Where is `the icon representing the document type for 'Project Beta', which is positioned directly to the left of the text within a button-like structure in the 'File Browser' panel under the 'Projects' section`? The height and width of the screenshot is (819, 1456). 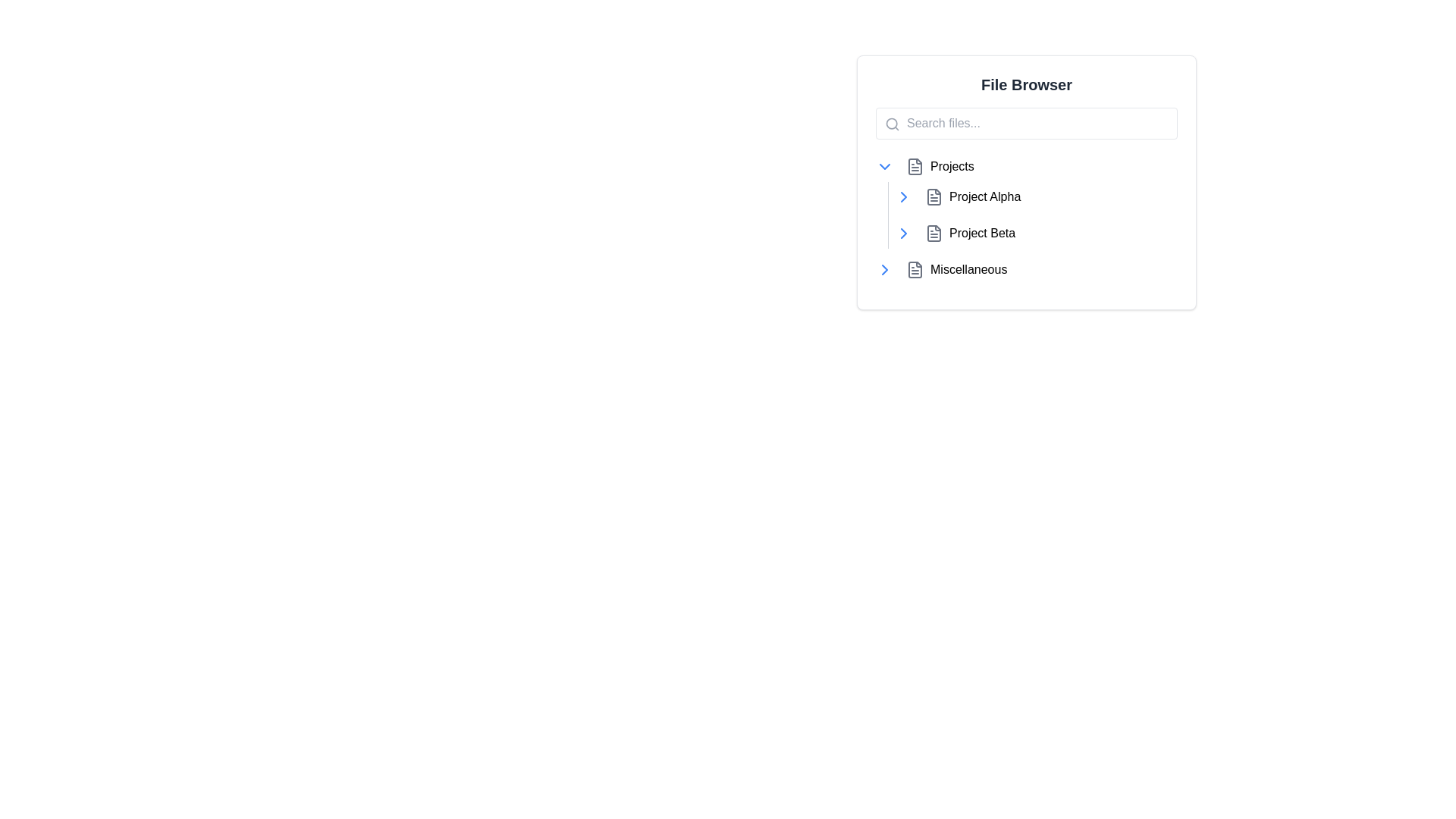 the icon representing the document type for 'Project Beta', which is positioned directly to the left of the text within a button-like structure in the 'File Browser' panel under the 'Projects' section is located at coordinates (934, 234).